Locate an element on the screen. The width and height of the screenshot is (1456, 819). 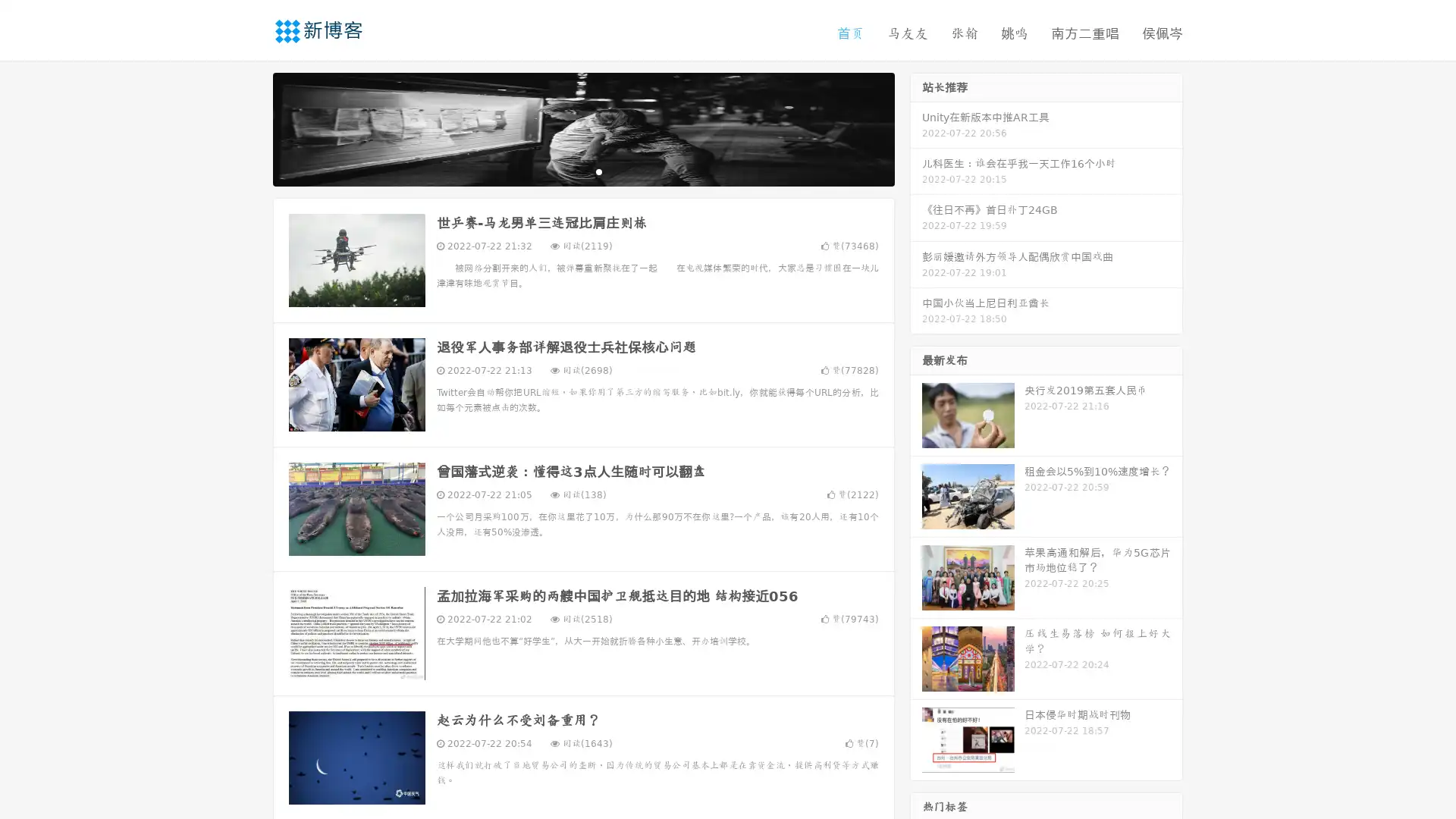
Go to slide 3 is located at coordinates (598, 171).